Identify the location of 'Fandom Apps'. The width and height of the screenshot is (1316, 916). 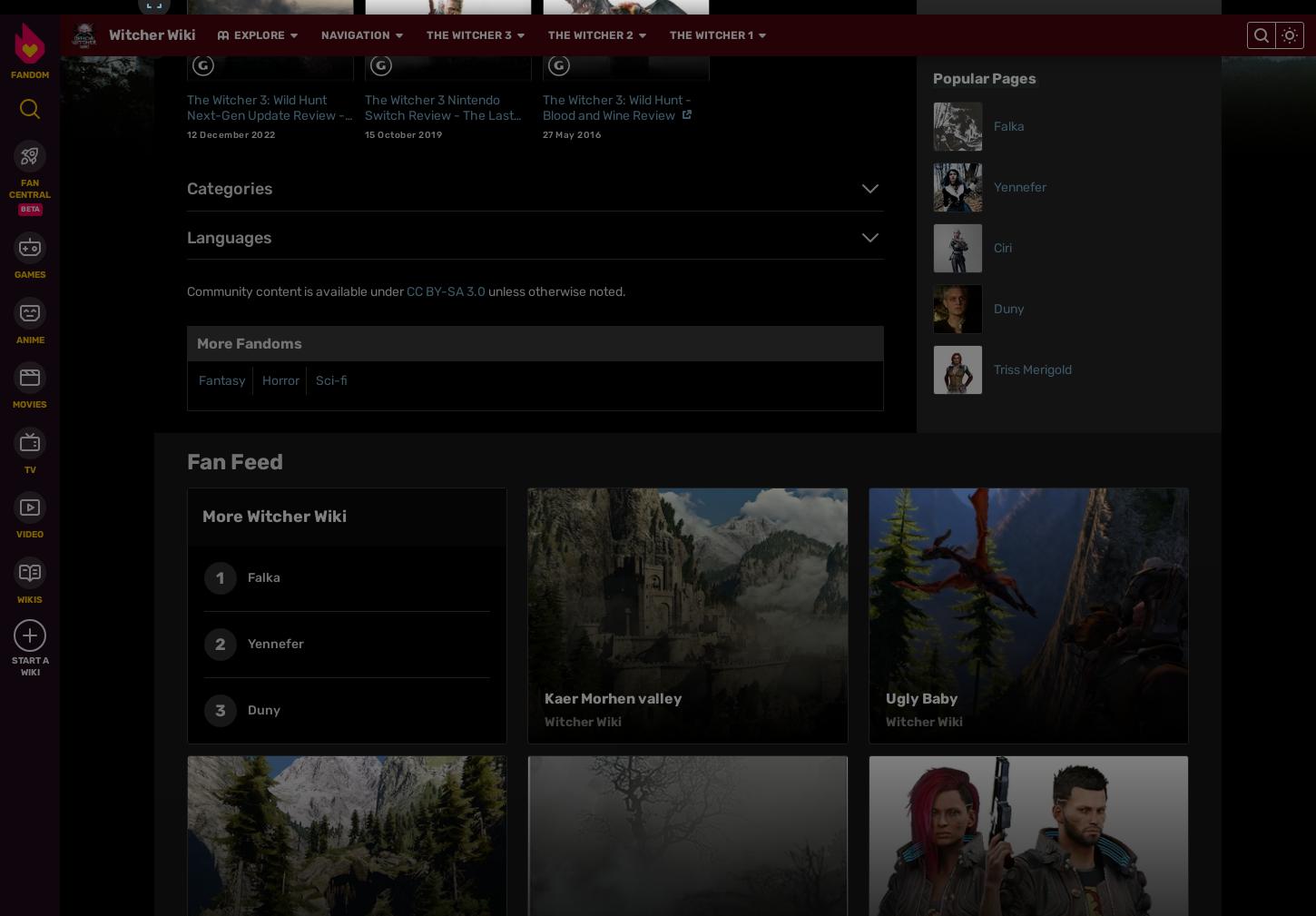
(965, 527).